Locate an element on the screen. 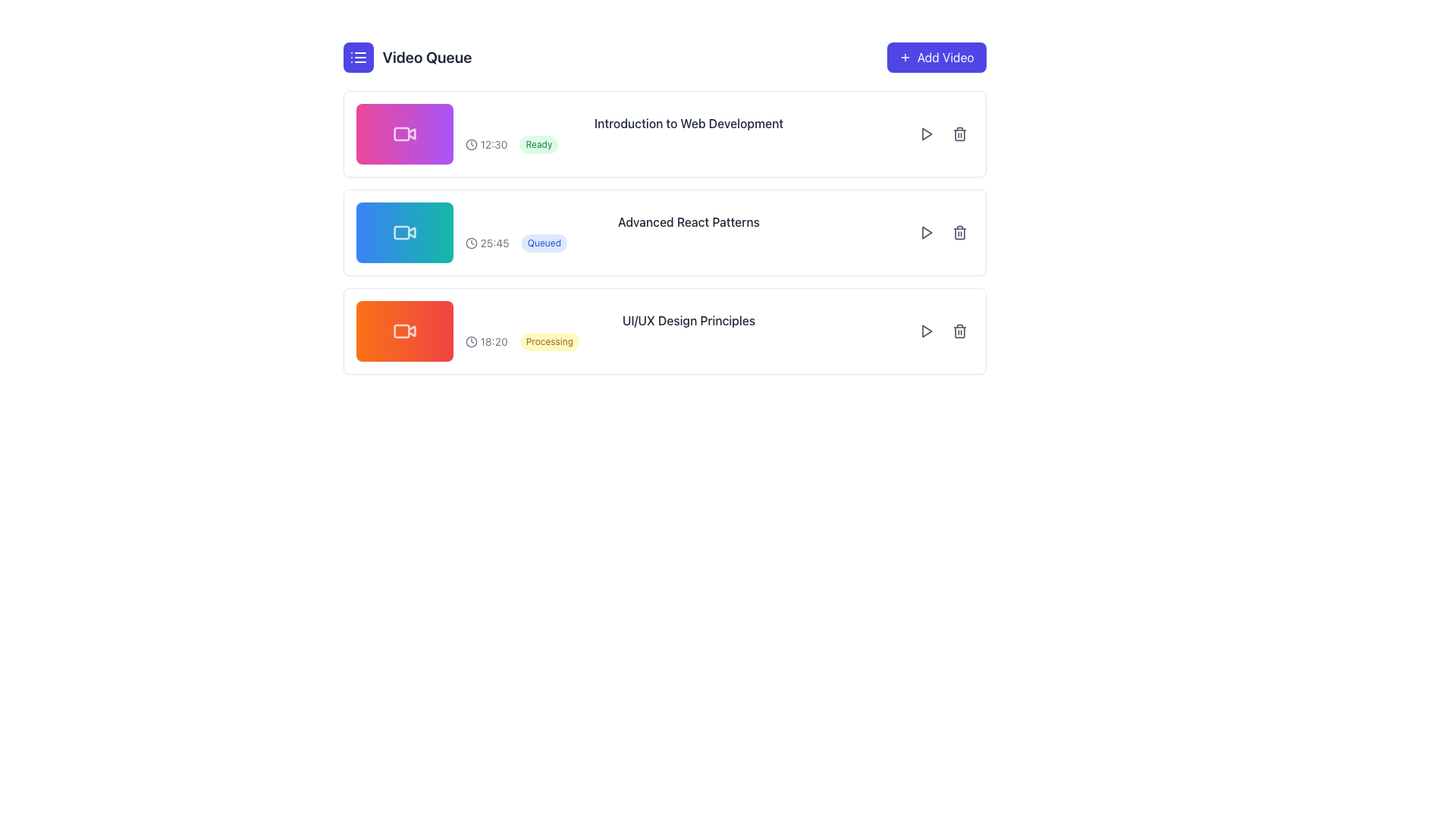 This screenshot has width=1456, height=819. displayed text of the video title label, which is centrally positioned in the second row of a vertical list of video items, below the time label '25:45' and next to the 'Queued' status tag is located at coordinates (688, 222).